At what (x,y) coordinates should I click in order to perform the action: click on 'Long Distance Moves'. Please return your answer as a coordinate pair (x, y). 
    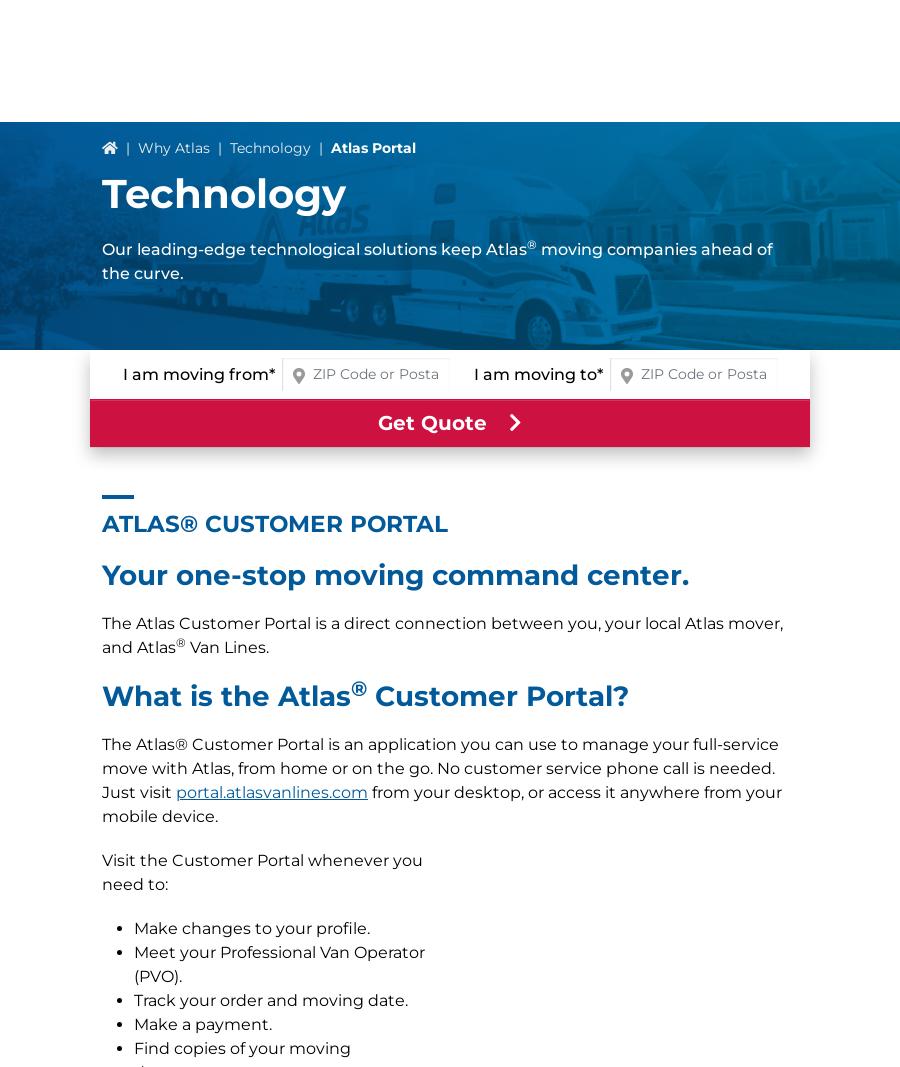
    Looking at the image, I should click on (100, 730).